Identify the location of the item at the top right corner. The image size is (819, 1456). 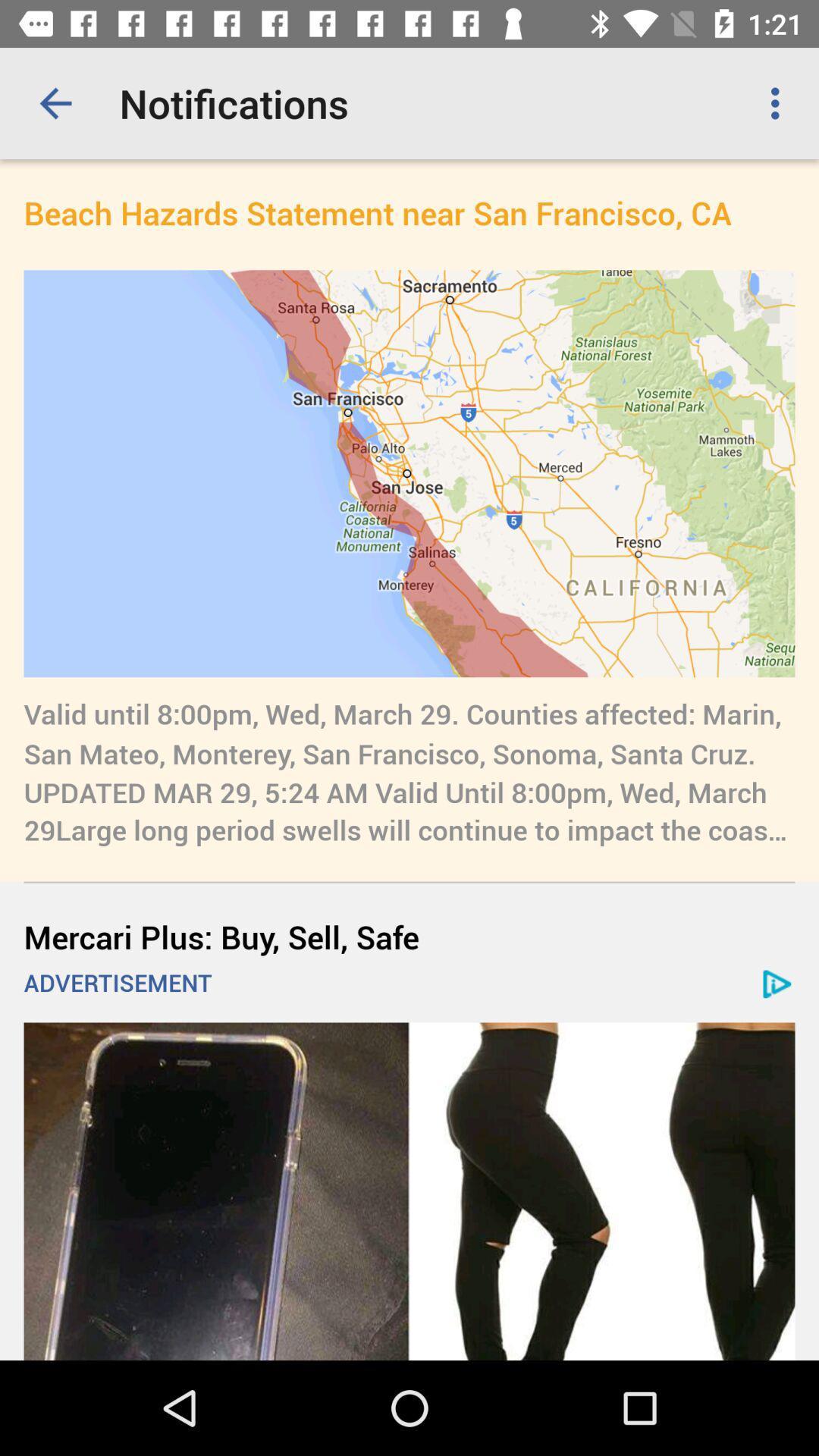
(779, 102).